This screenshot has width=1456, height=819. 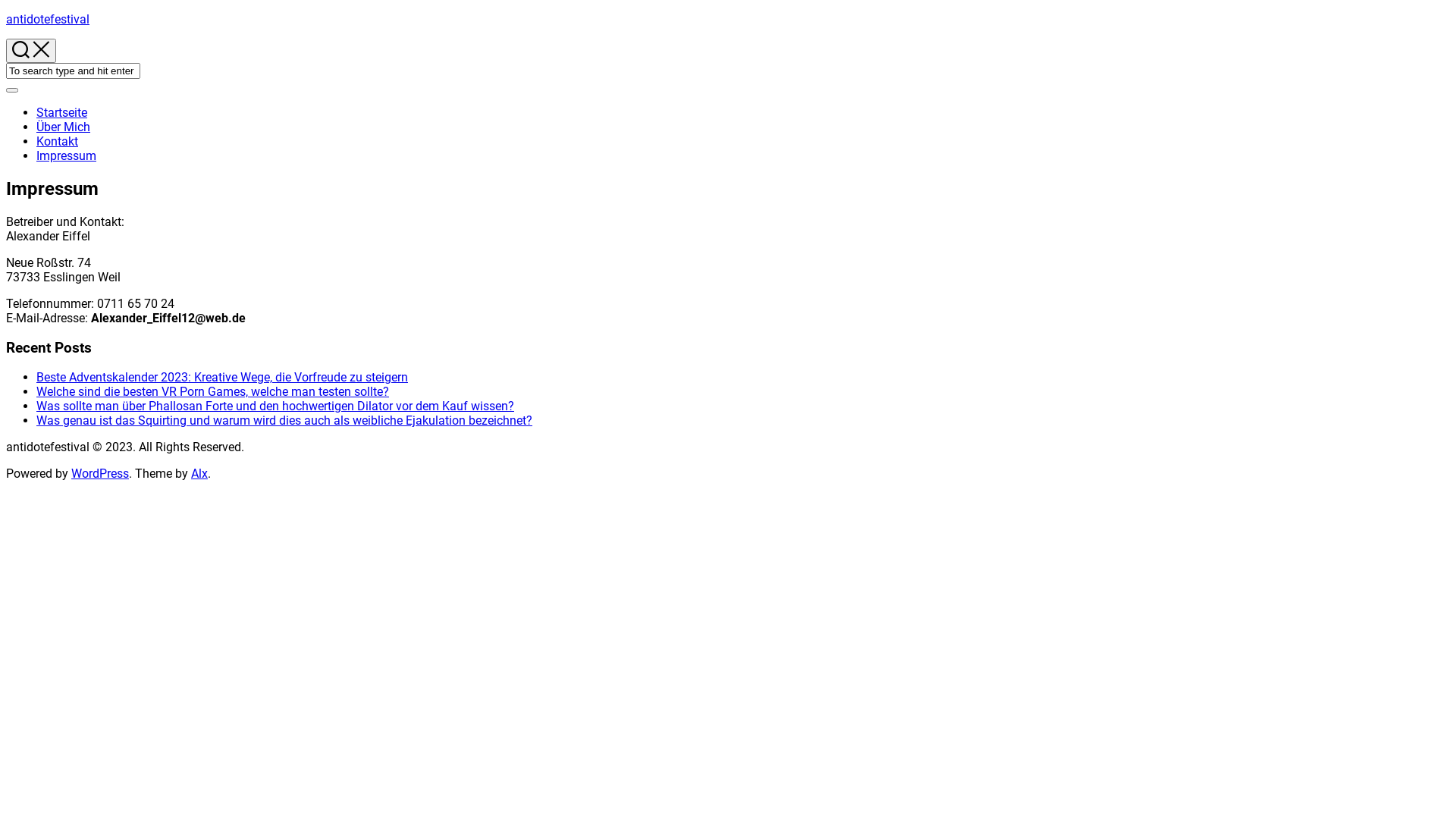 I want to click on 'Kontakt', so click(x=57, y=141).